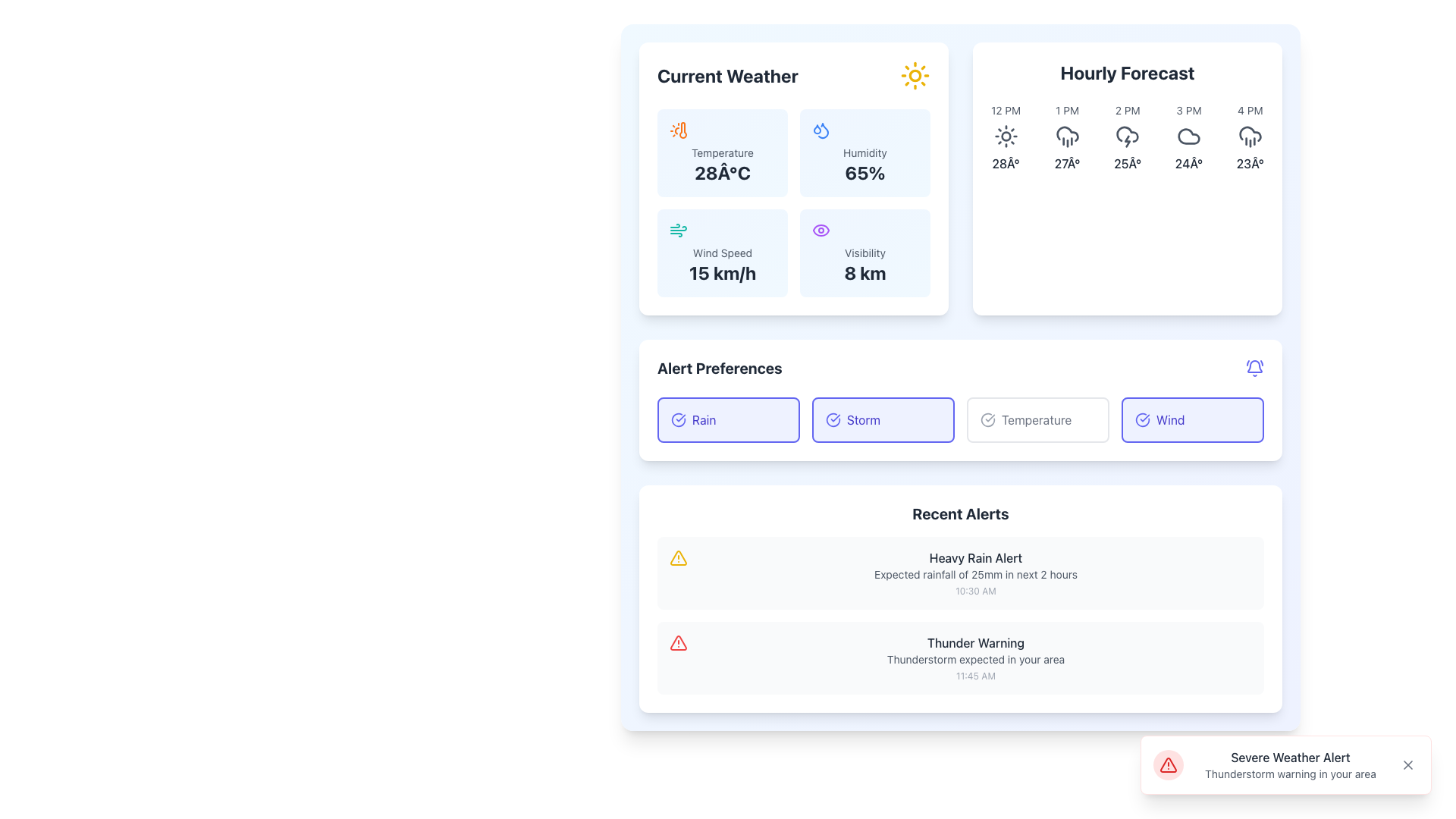 The image size is (1456, 819). I want to click on the circular icon with a check mark in the center, styled with a blue stroke color, located within the 'Wind' preference button in the 'Alert Preferences' section, so click(1143, 420).